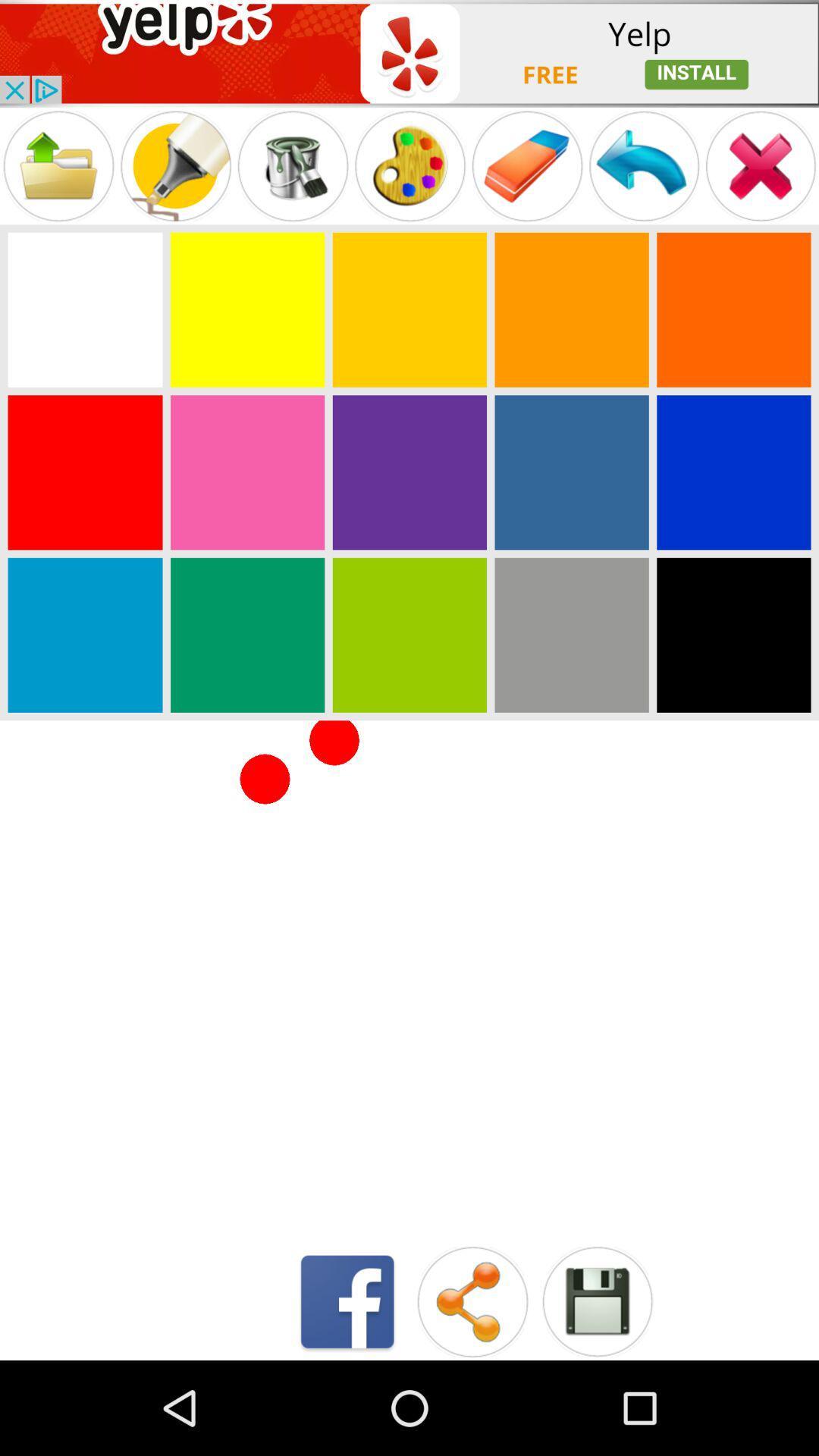 Image resolution: width=819 pixels, height=1456 pixels. I want to click on color, so click(572, 472).